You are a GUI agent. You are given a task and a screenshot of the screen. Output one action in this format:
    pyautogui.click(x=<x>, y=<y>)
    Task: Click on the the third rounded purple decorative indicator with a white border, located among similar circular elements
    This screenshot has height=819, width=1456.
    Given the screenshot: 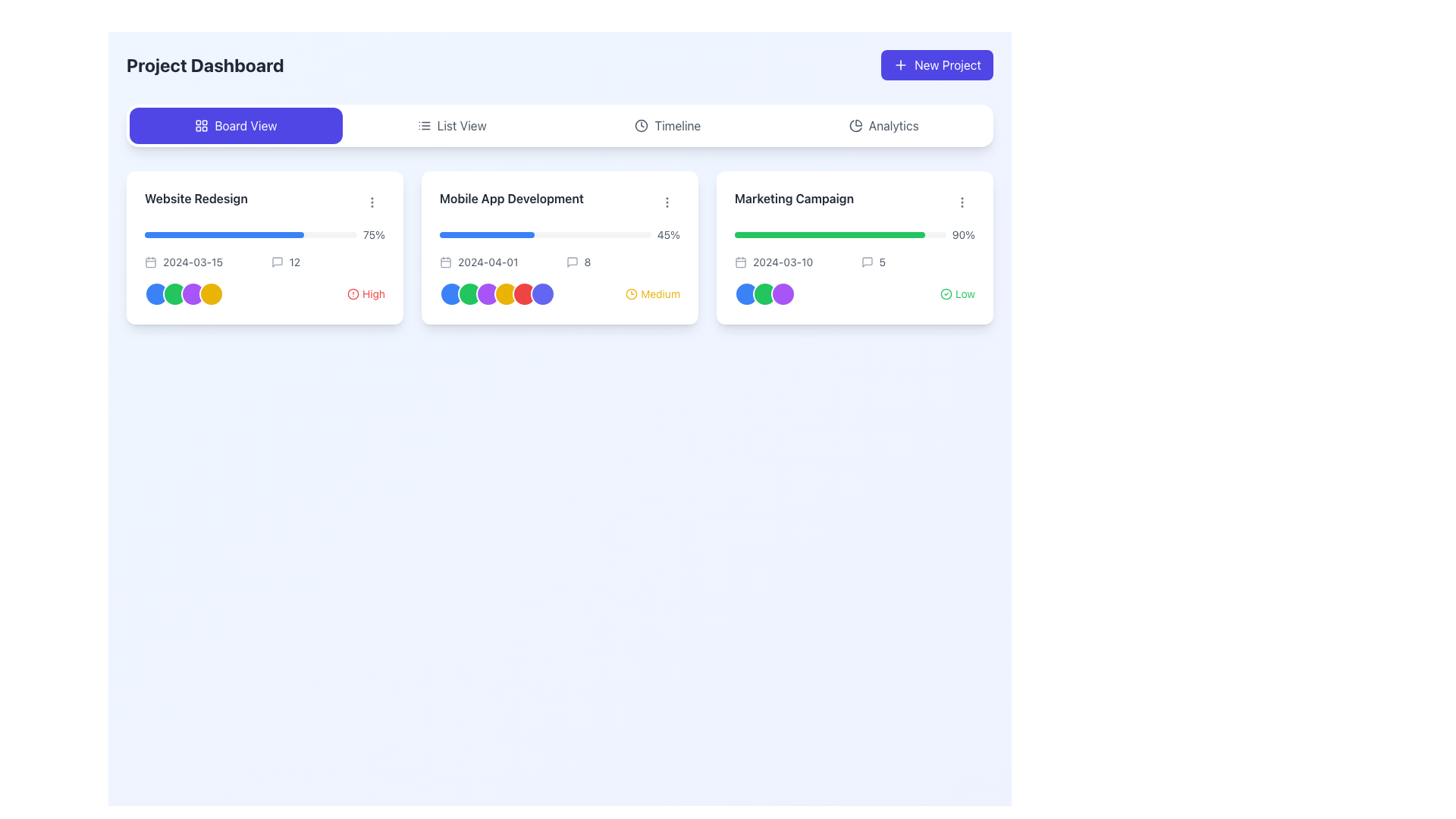 What is the action you would take?
    pyautogui.click(x=192, y=294)
    